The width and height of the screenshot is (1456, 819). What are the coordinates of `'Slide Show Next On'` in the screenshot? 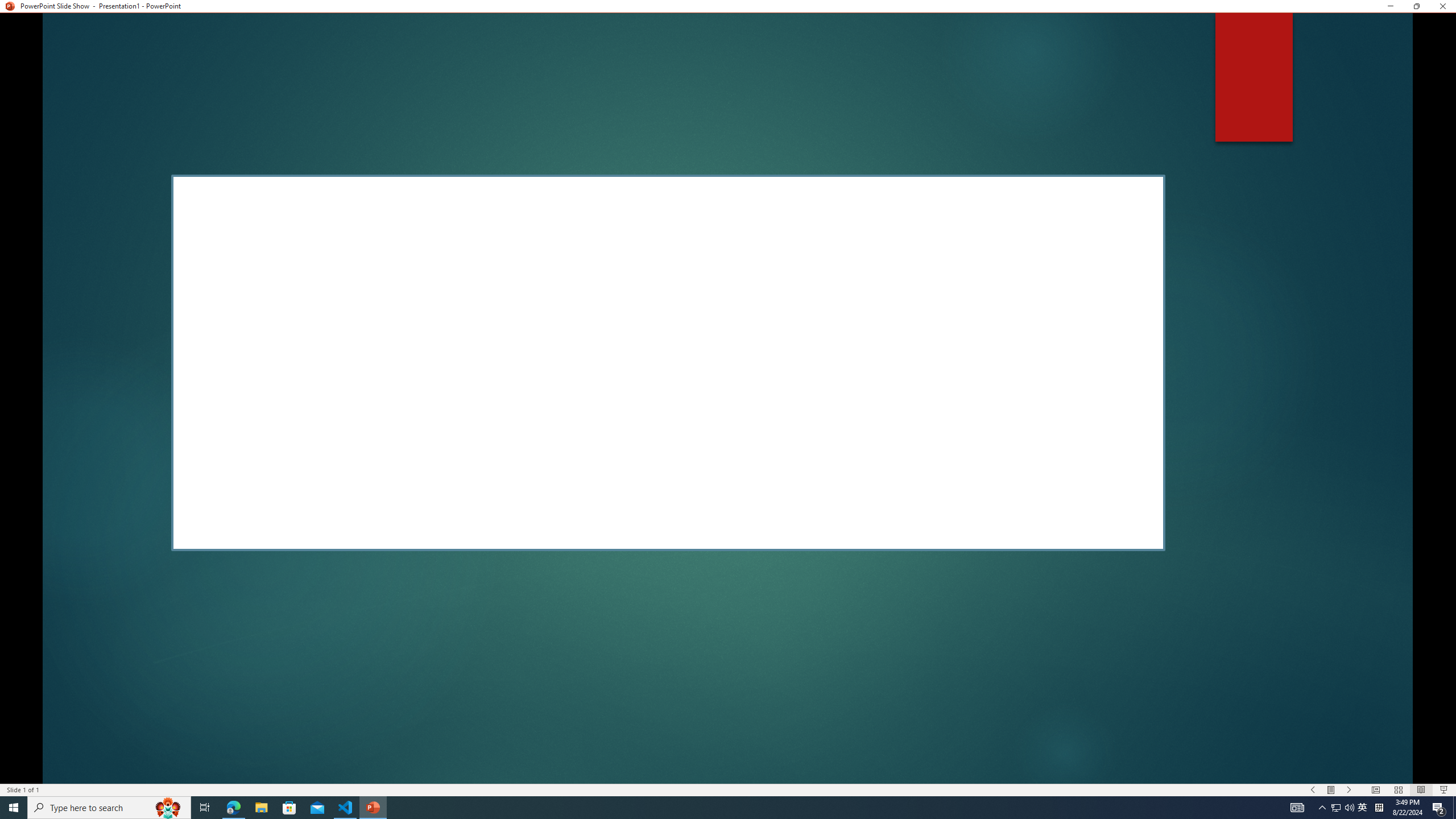 It's located at (1349, 790).